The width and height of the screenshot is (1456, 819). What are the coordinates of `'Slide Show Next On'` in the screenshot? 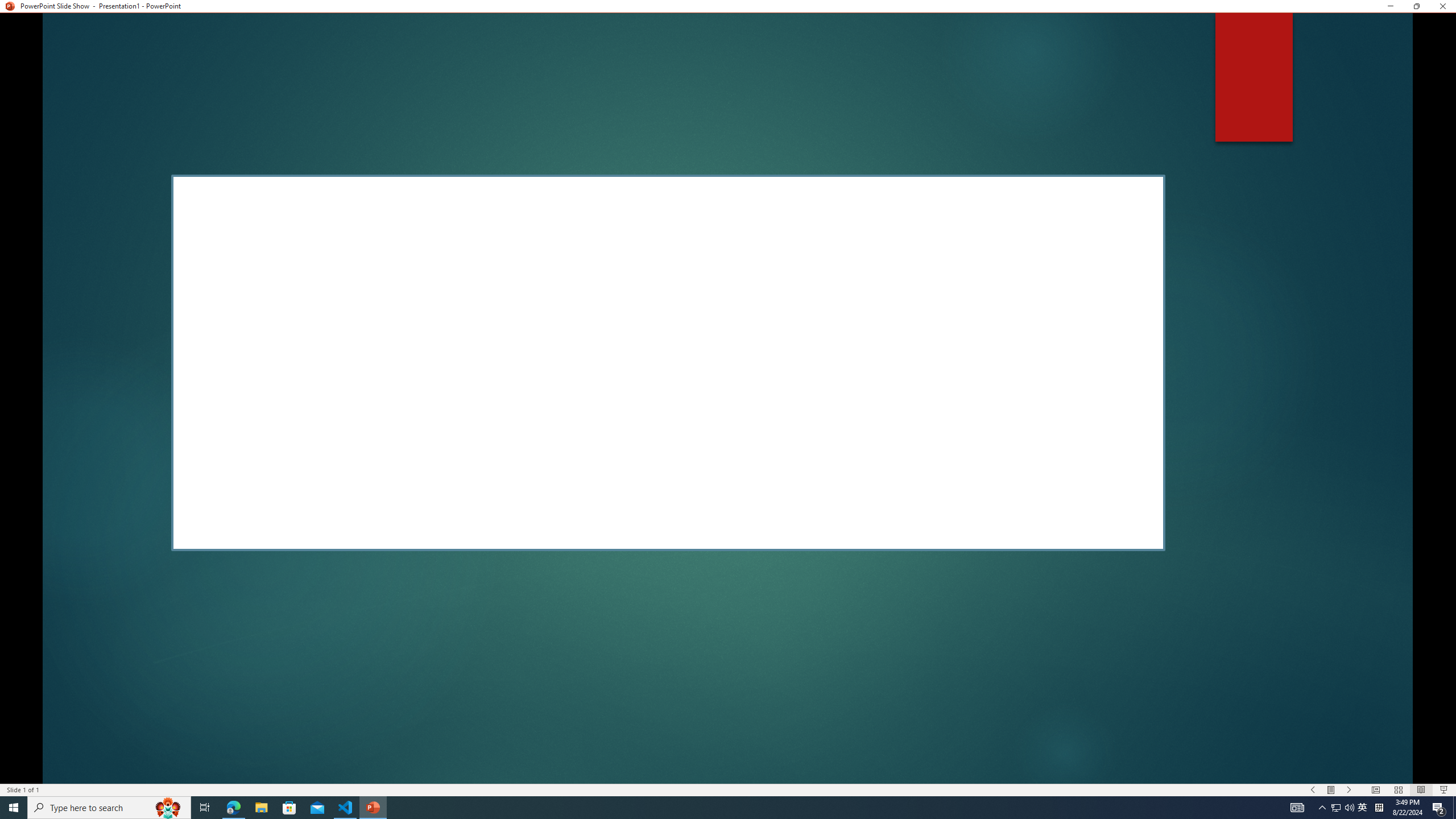 It's located at (1349, 790).